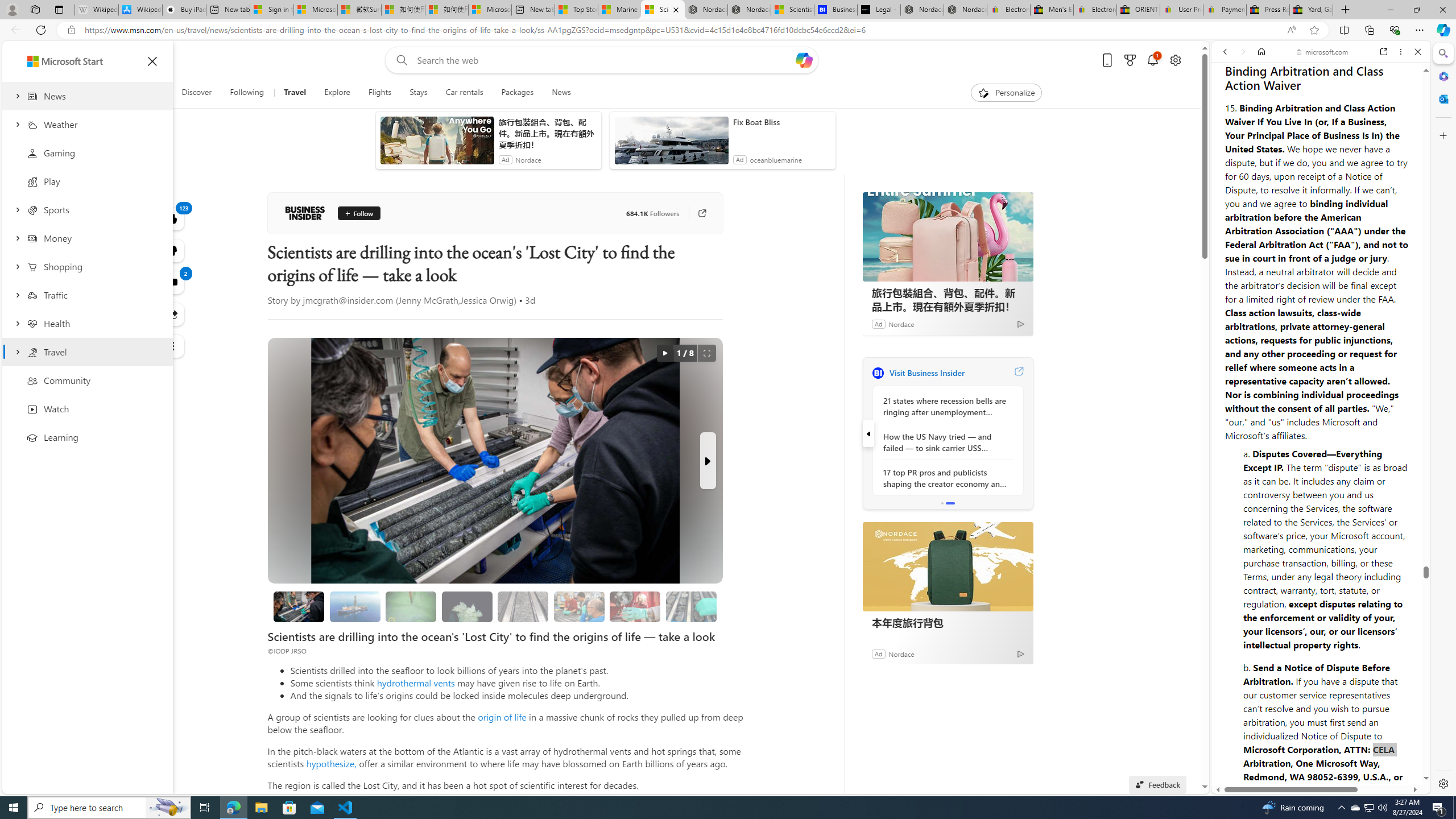 The height and width of the screenshot is (819, 1456). I want to click on 'Car rentals', so click(464, 92).